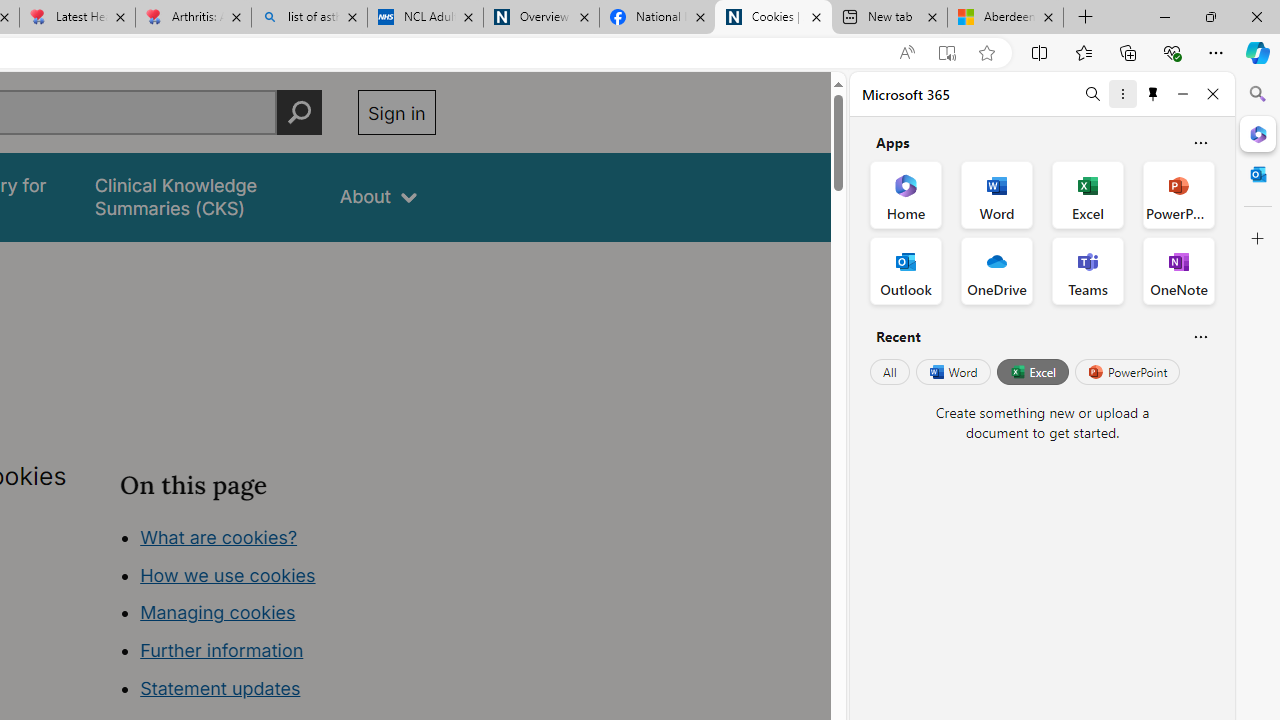 This screenshot has width=1280, height=720. I want to click on 'false', so click(199, 197).